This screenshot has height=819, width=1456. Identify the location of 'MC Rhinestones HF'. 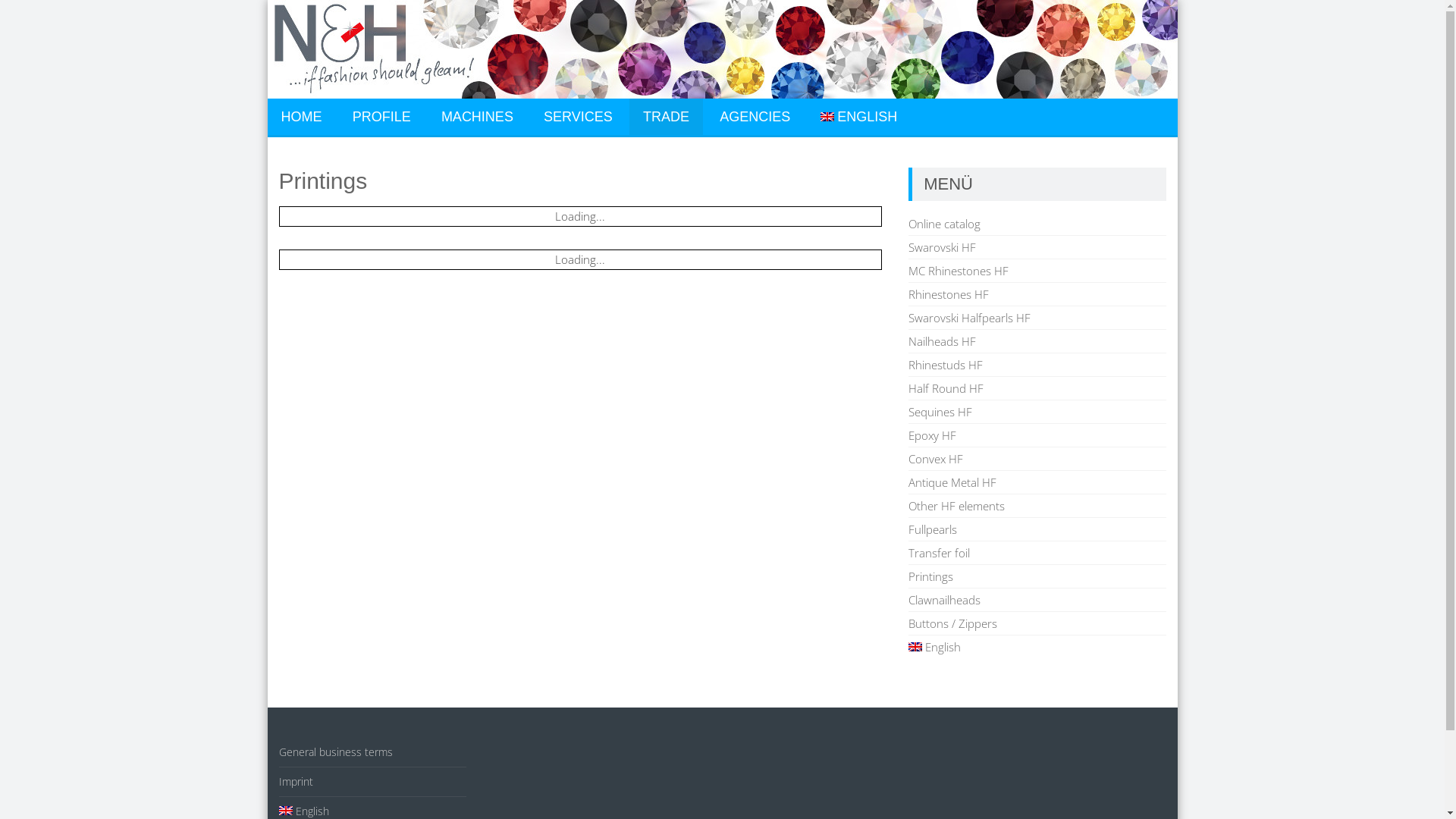
(957, 270).